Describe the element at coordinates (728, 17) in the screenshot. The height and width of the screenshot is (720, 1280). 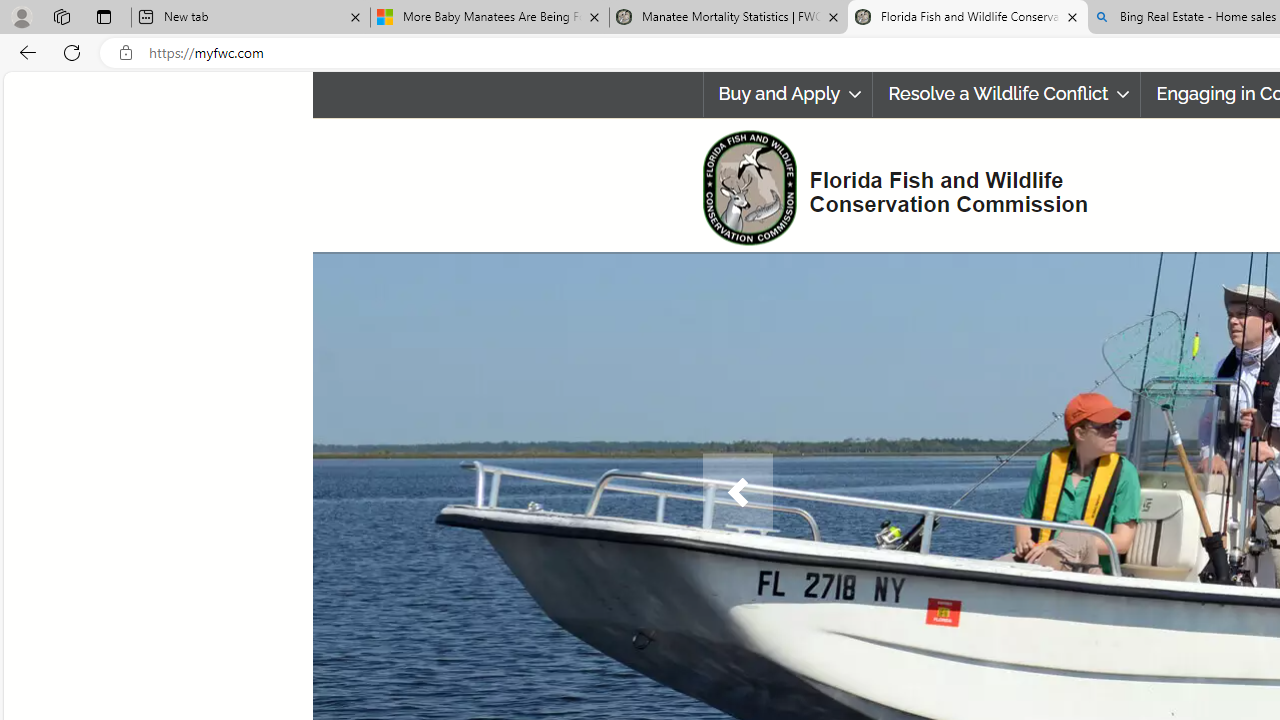
I see `'Manatee Mortality Statistics | FWC'` at that location.